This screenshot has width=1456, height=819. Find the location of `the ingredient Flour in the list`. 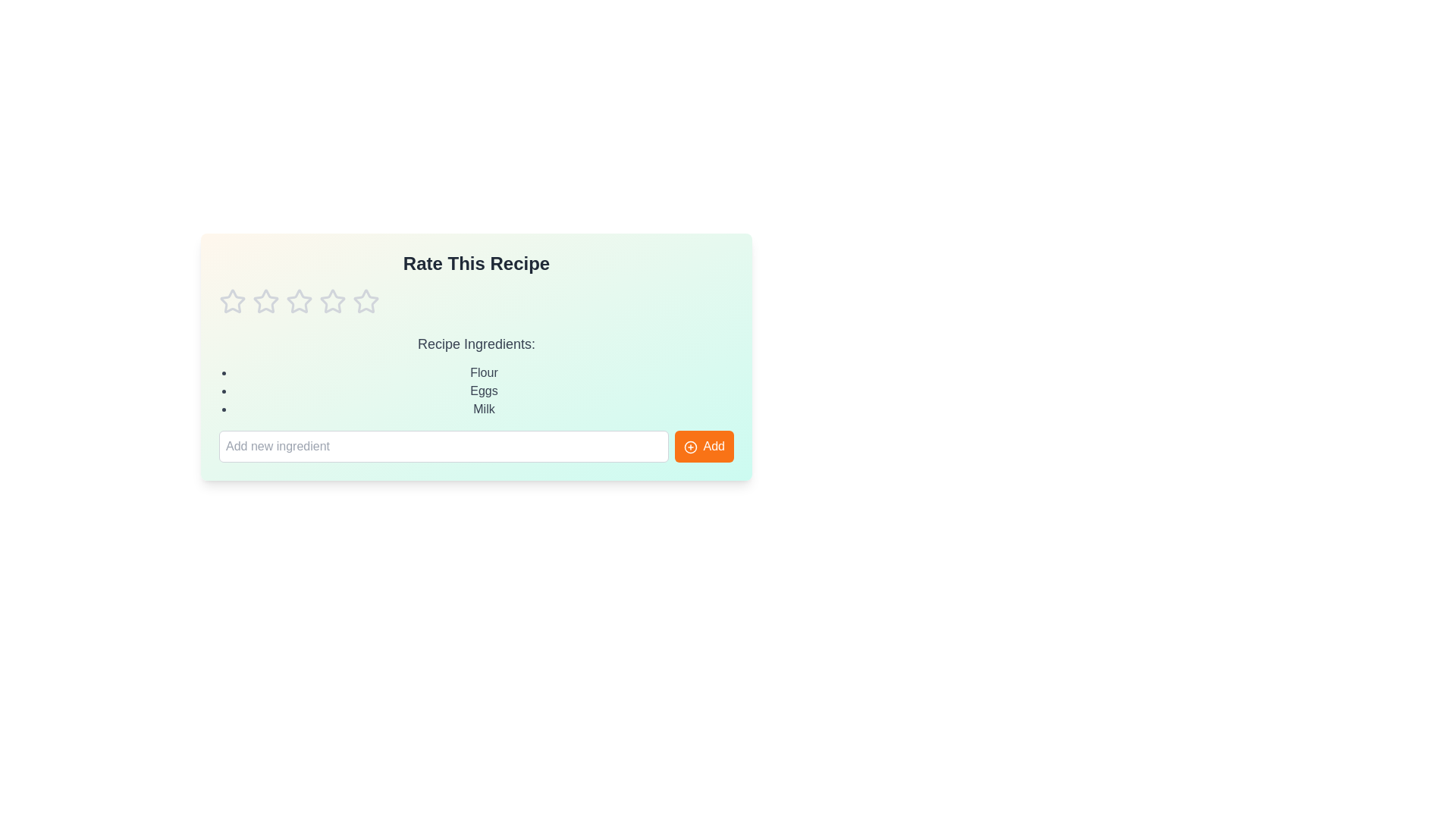

the ingredient Flour in the list is located at coordinates (483, 373).